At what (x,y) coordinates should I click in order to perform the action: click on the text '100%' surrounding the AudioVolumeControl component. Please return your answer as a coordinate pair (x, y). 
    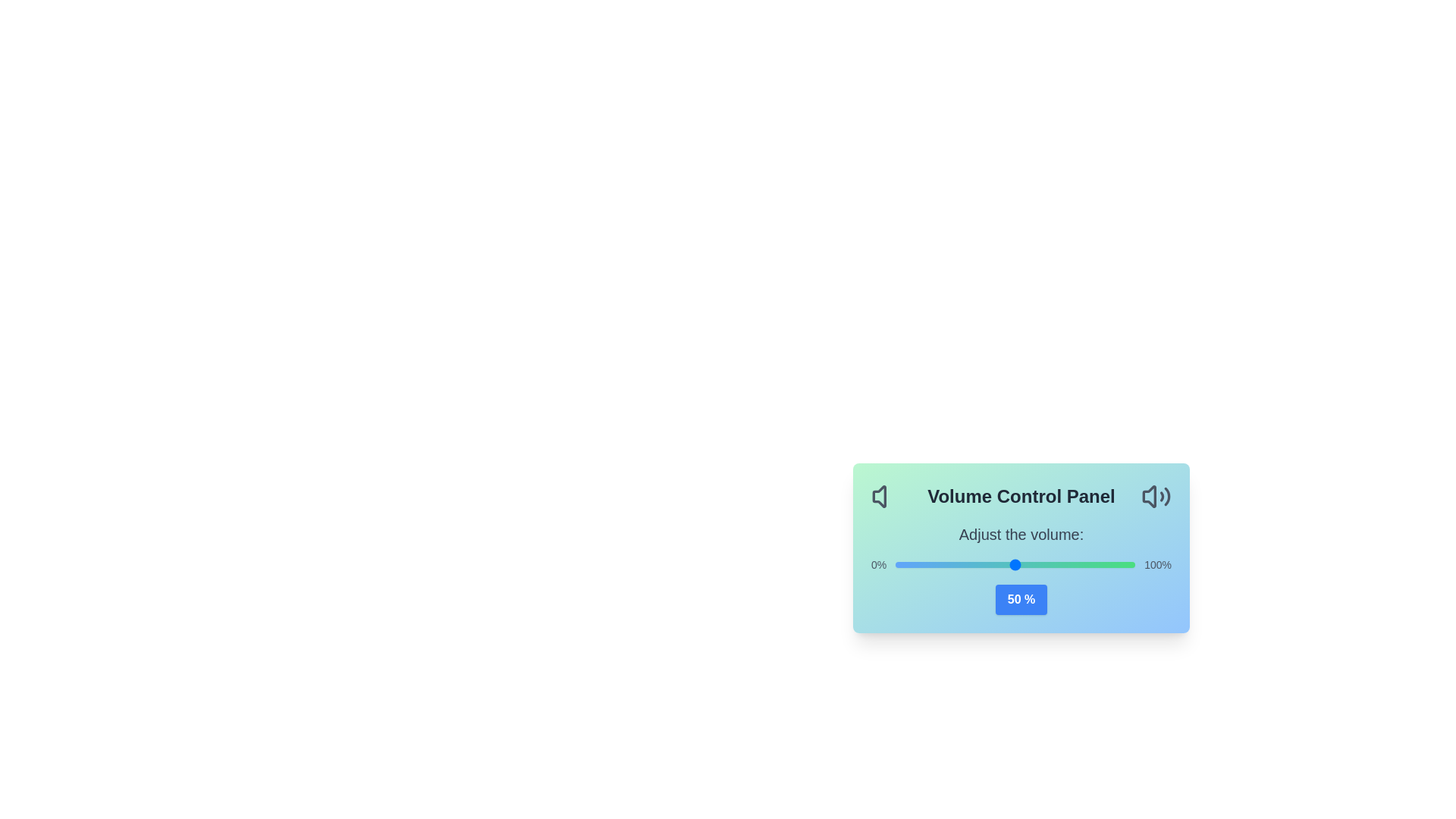
    Looking at the image, I should click on (1156, 564).